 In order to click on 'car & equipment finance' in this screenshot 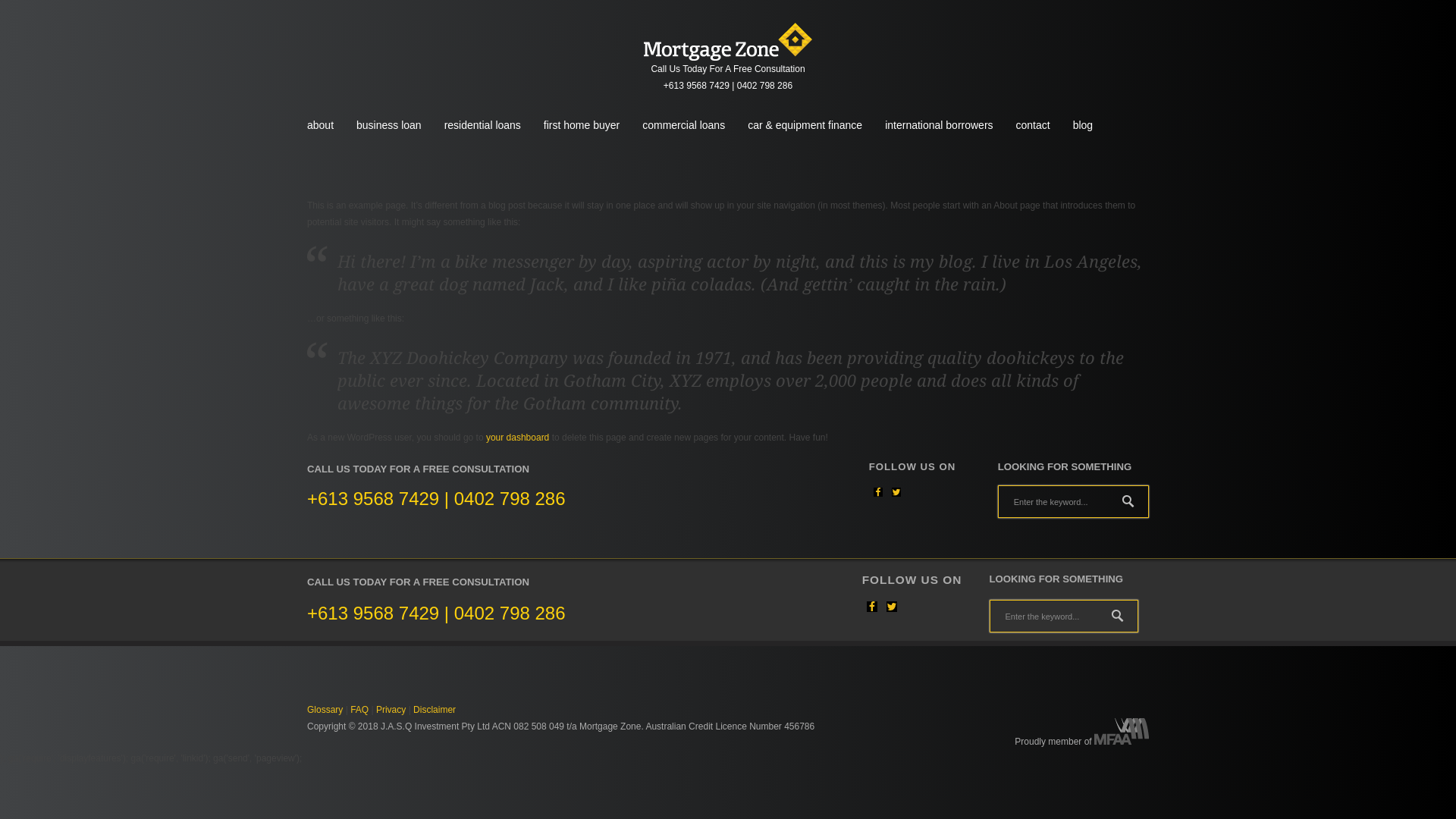, I will do `click(804, 124)`.